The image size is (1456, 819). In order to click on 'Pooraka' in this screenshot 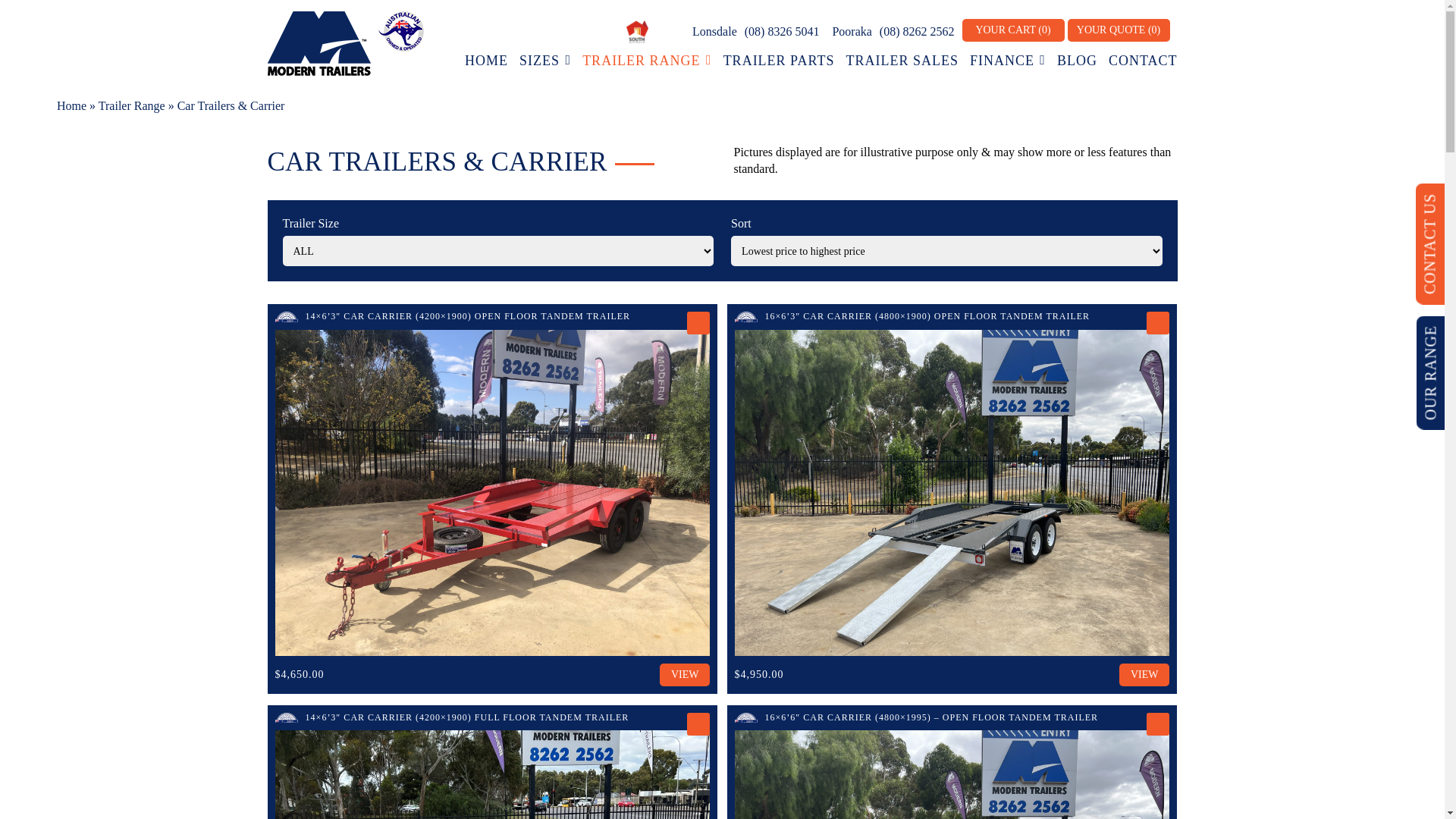, I will do `click(850, 31)`.